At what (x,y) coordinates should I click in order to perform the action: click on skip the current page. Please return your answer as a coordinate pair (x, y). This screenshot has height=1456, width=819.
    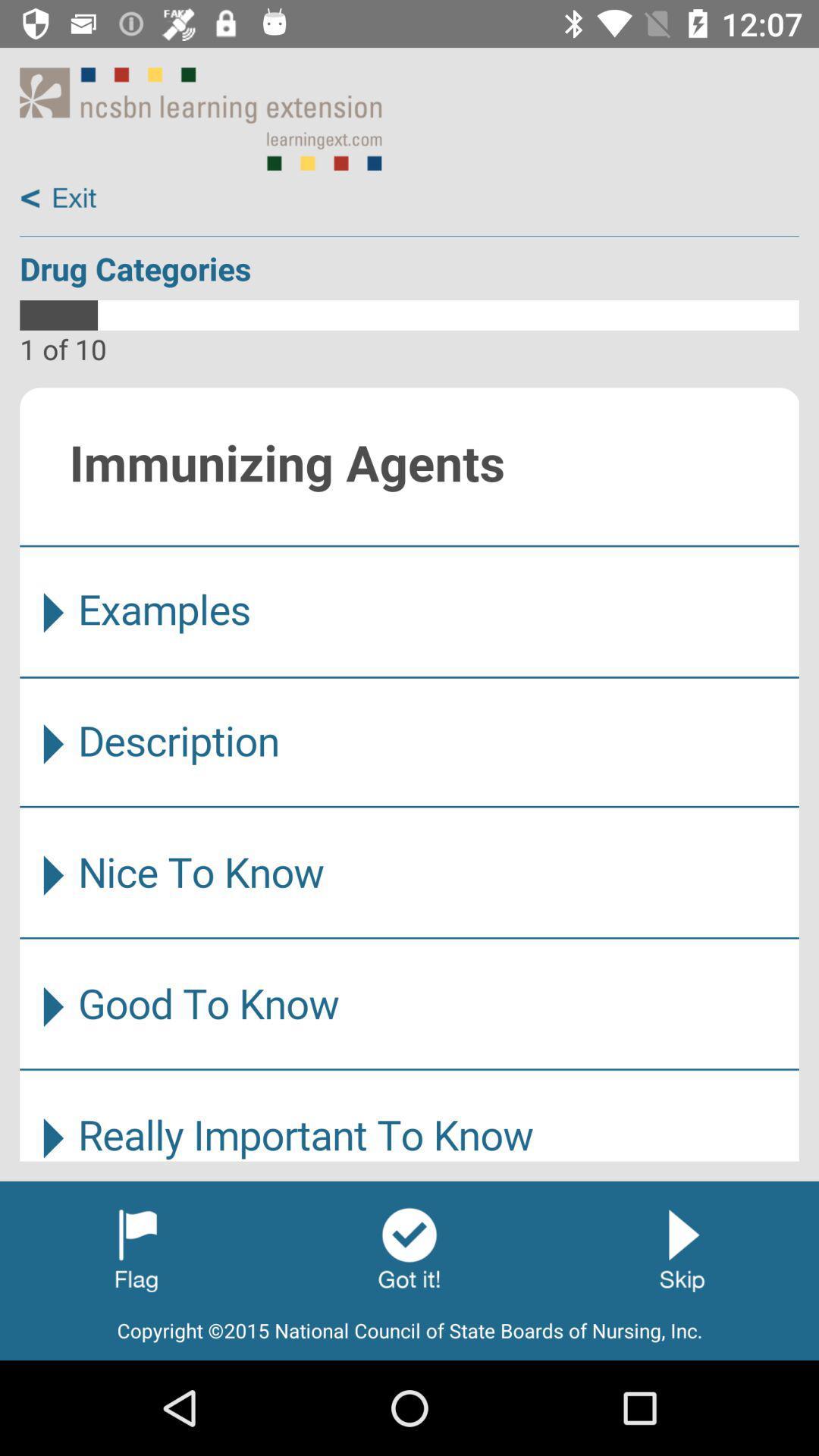
    Looking at the image, I should click on (681, 1248).